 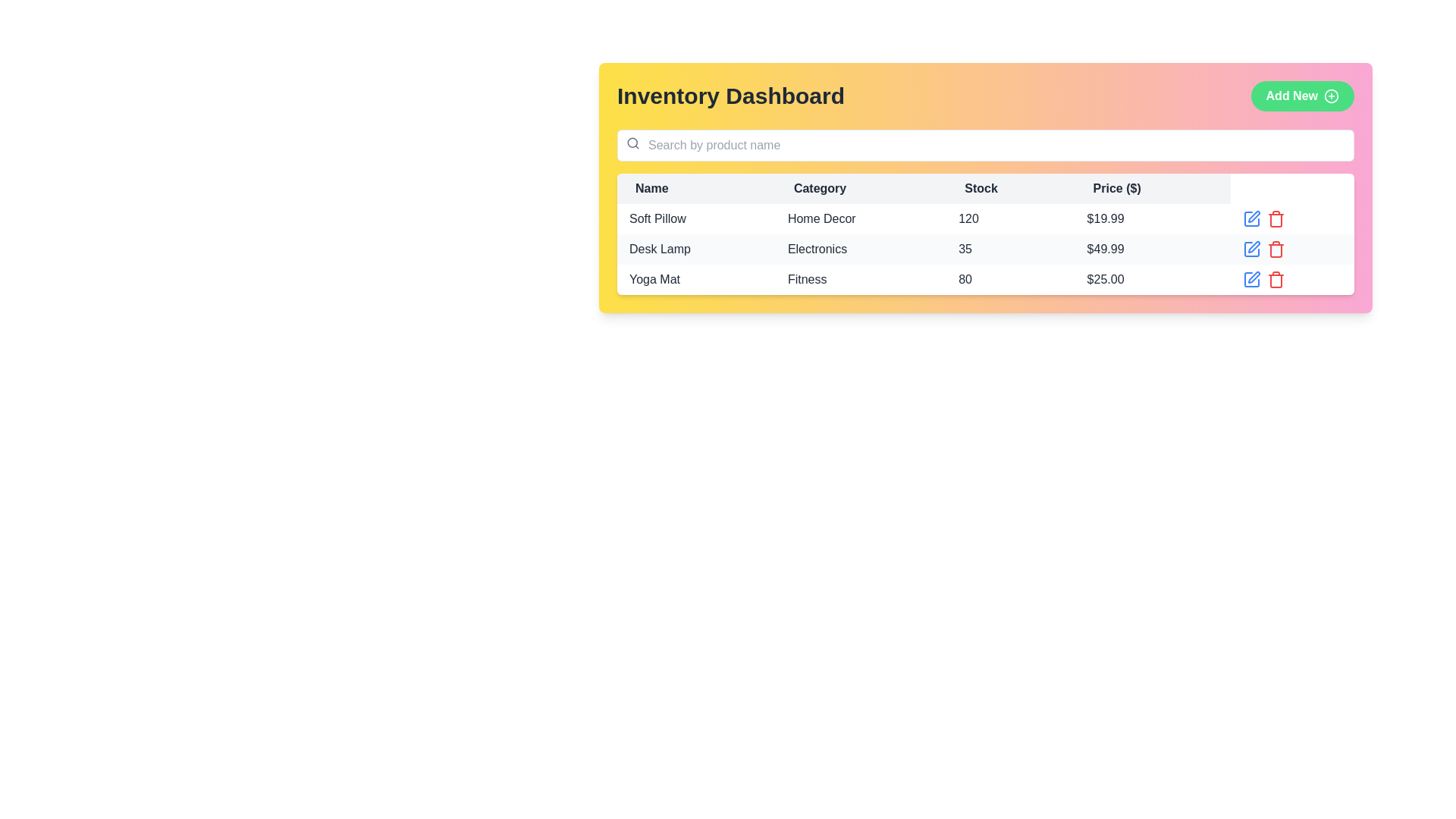 I want to click on the text displaying the value '35' in the 'Stock' column of the inventory table for 'Desk Lamp', so click(x=1010, y=248).